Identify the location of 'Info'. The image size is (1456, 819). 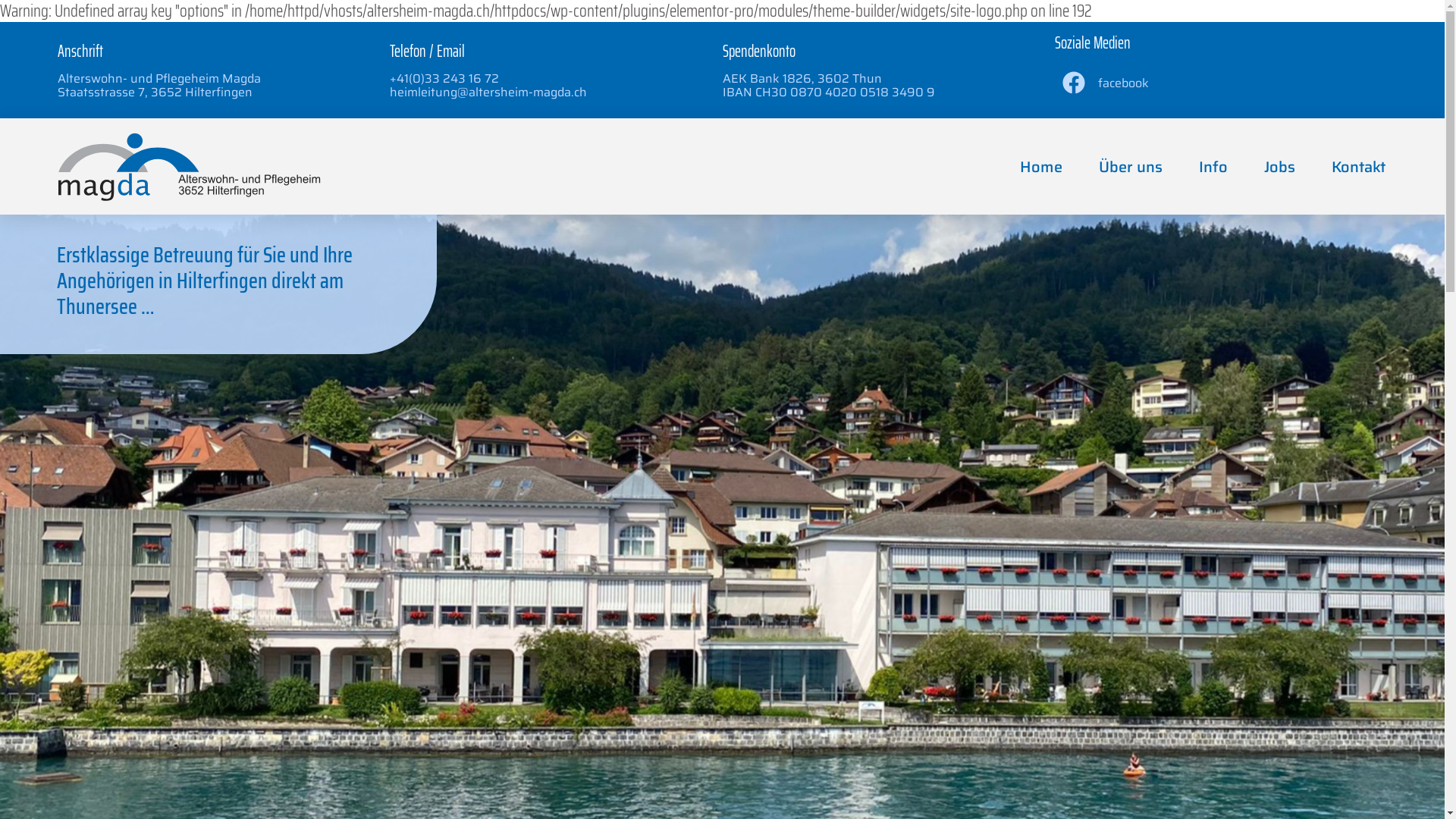
(1212, 166).